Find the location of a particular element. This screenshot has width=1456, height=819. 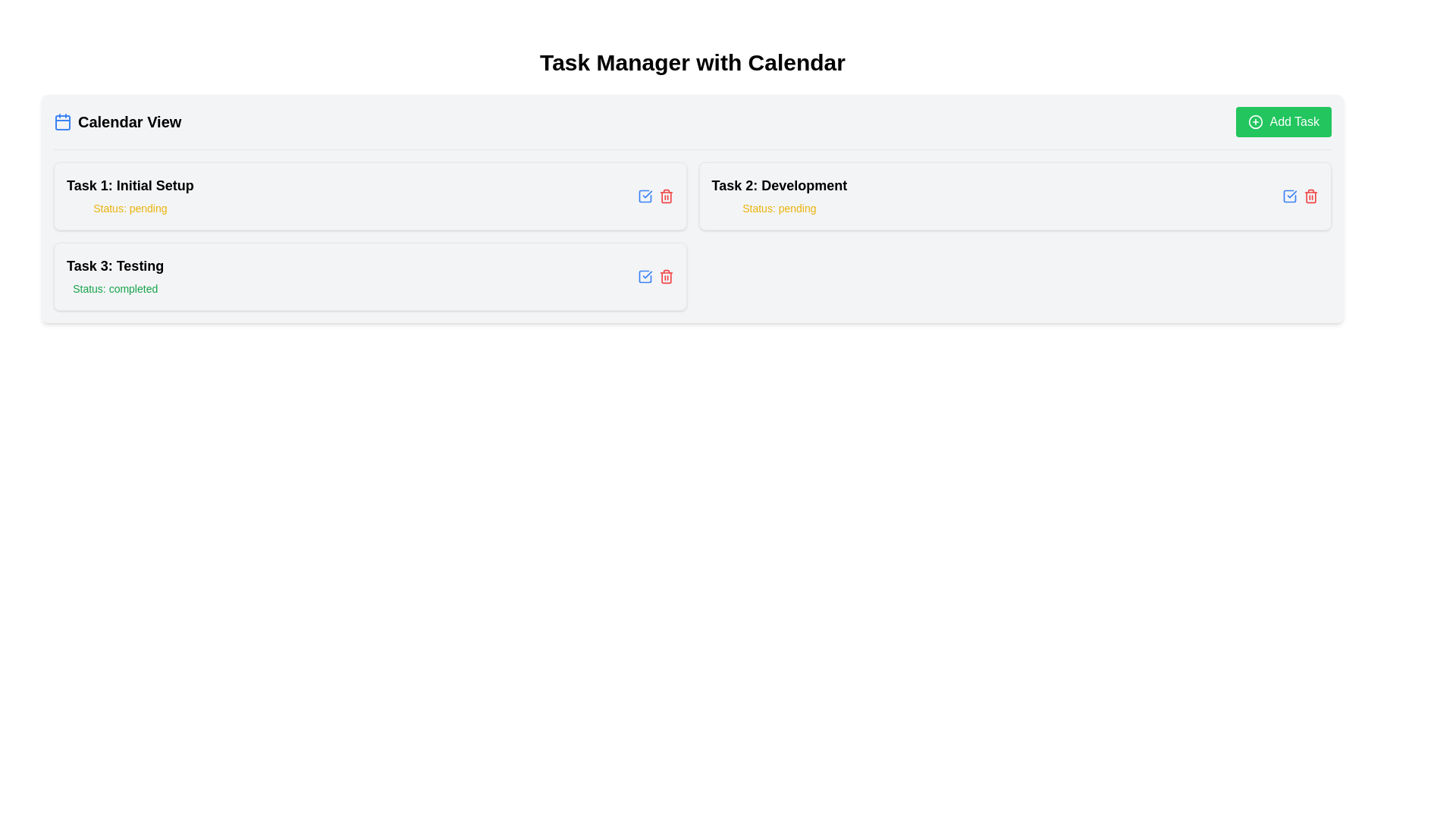

the checkbox icon located within the action controls of 'Task 3: Testing' is located at coordinates (645, 195).